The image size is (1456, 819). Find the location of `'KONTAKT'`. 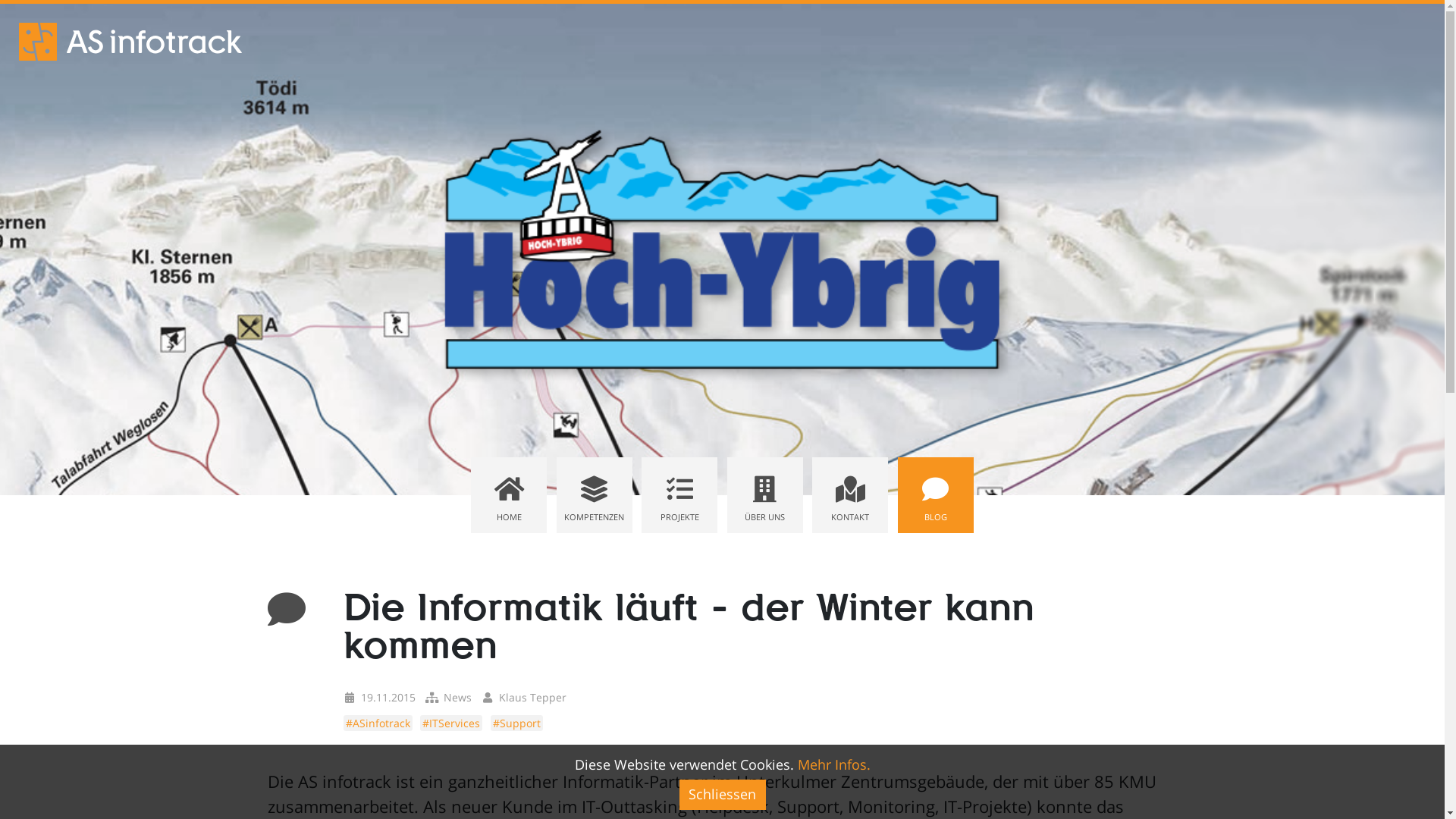

'KONTAKT' is located at coordinates (850, 494).